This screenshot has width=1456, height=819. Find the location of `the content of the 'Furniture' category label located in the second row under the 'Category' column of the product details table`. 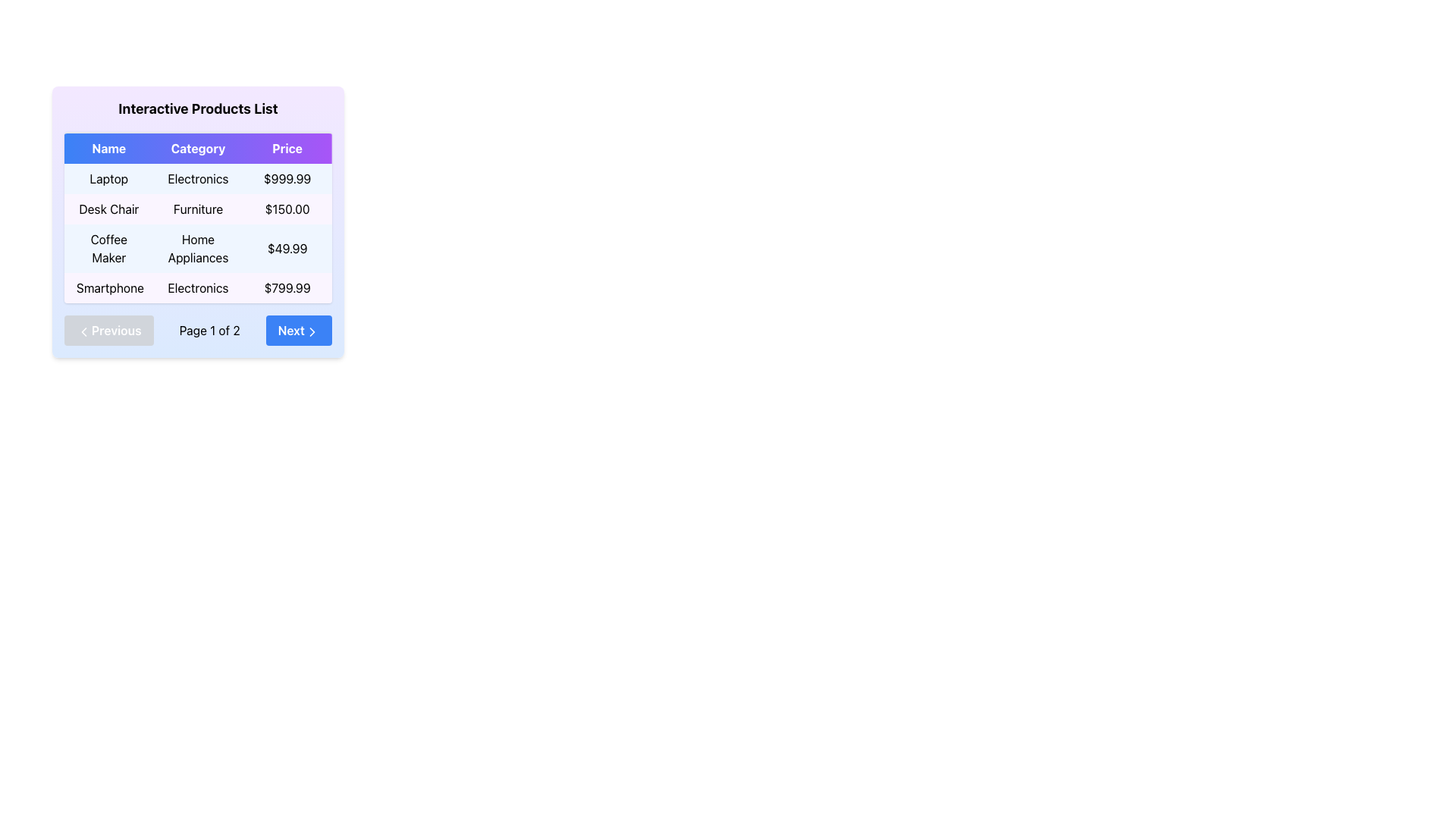

the content of the 'Furniture' category label located in the second row under the 'Category' column of the product details table is located at coordinates (197, 209).